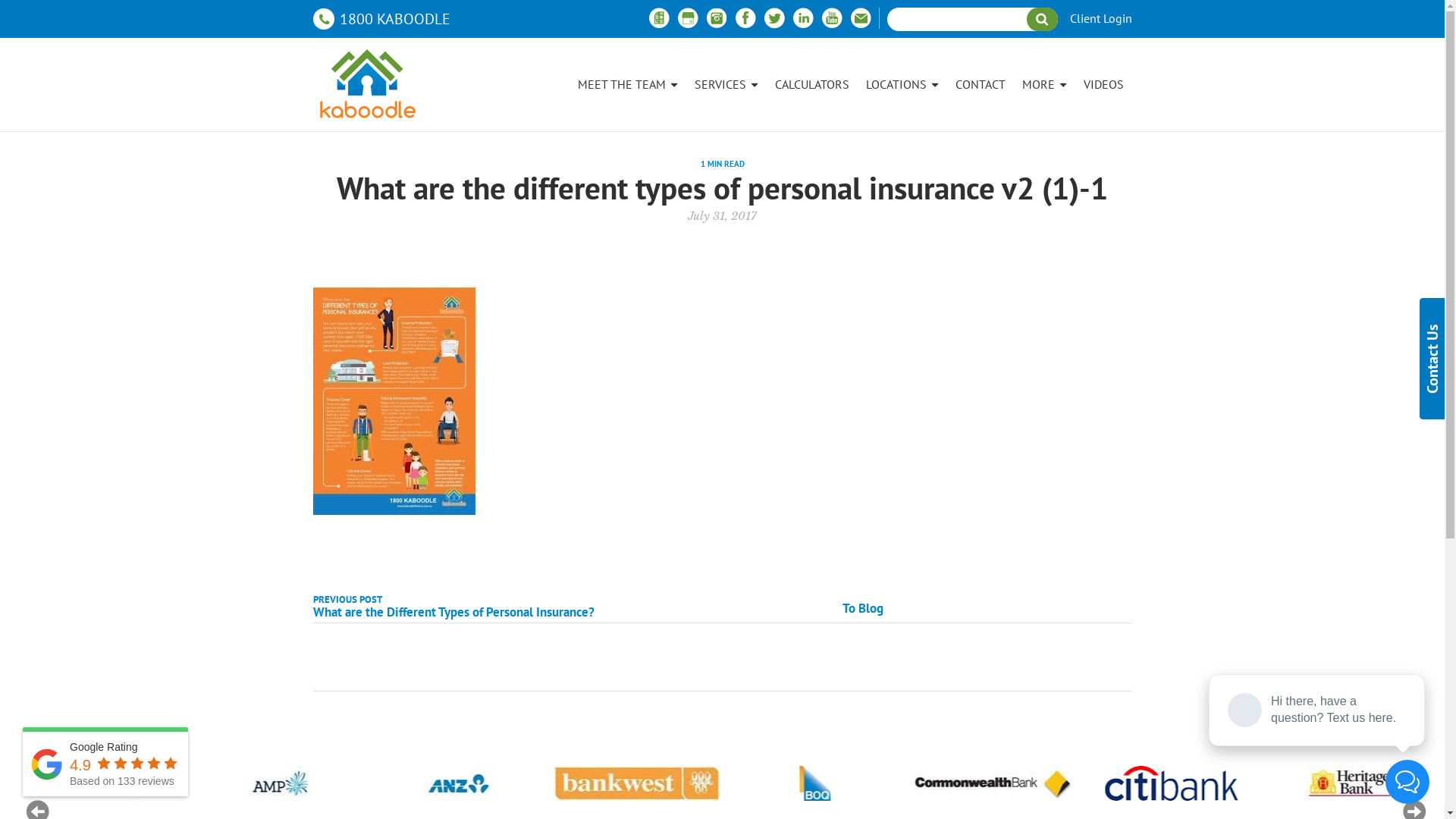 This screenshot has width=1456, height=819. Describe the element at coordinates (1103, 84) in the screenshot. I see `'VIDEOS'` at that location.